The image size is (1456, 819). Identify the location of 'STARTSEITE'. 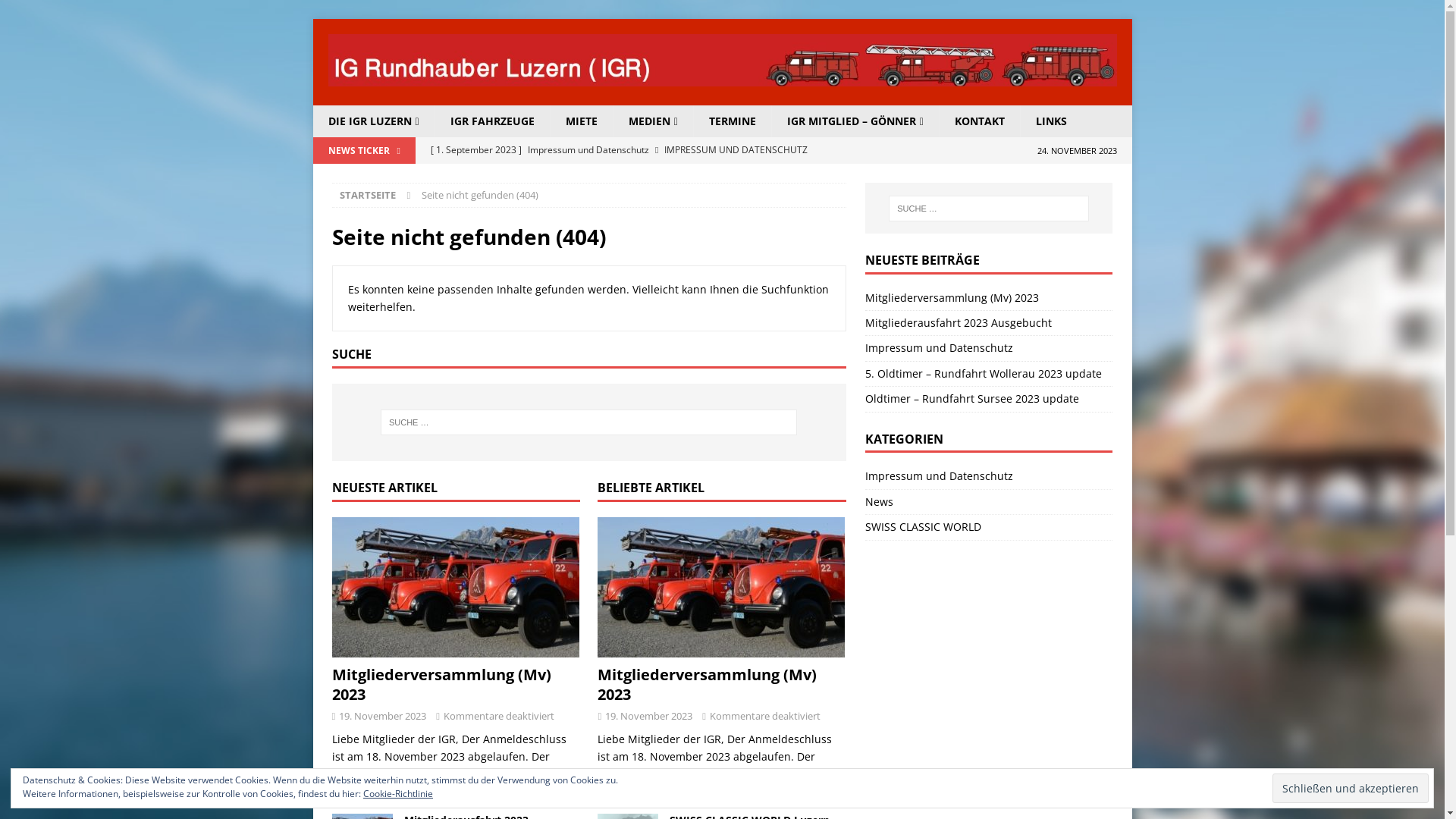
(367, 194).